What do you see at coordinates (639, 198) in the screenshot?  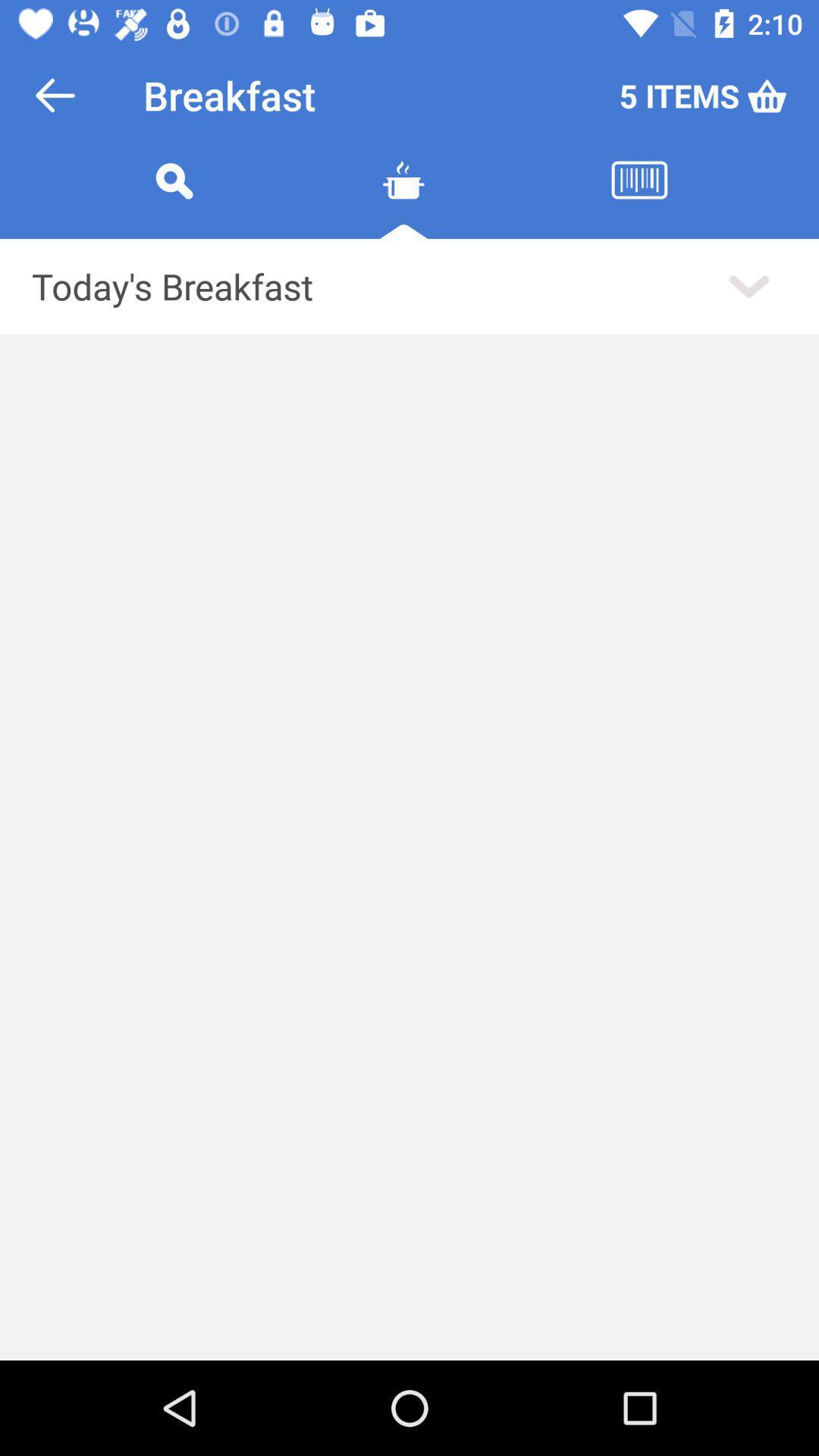 I see `barcode reader` at bounding box center [639, 198].